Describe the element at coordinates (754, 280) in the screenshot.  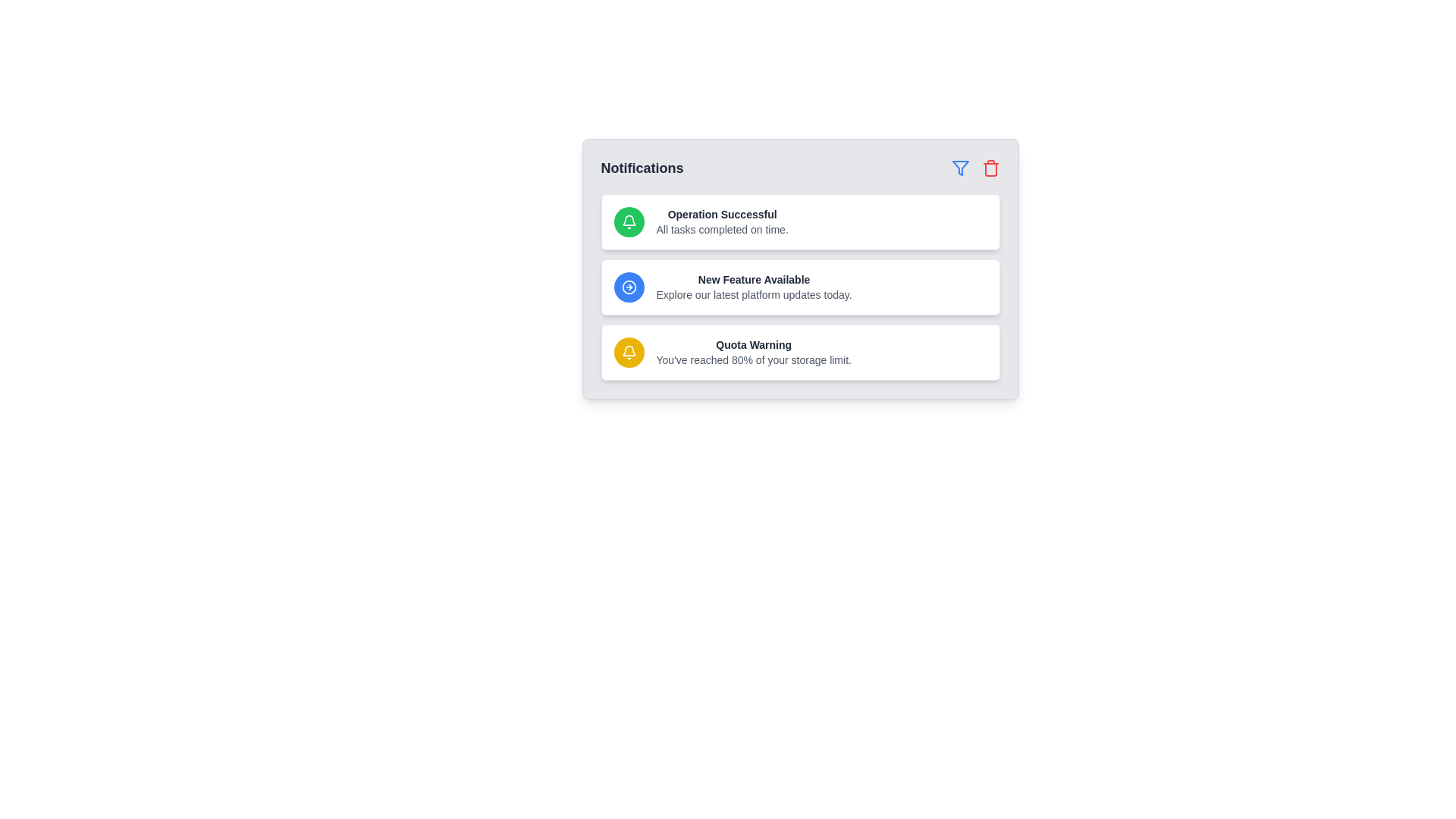
I see `the text label displaying 'New Feature Available' in the notifications panel, which is bold and gray in color` at that location.